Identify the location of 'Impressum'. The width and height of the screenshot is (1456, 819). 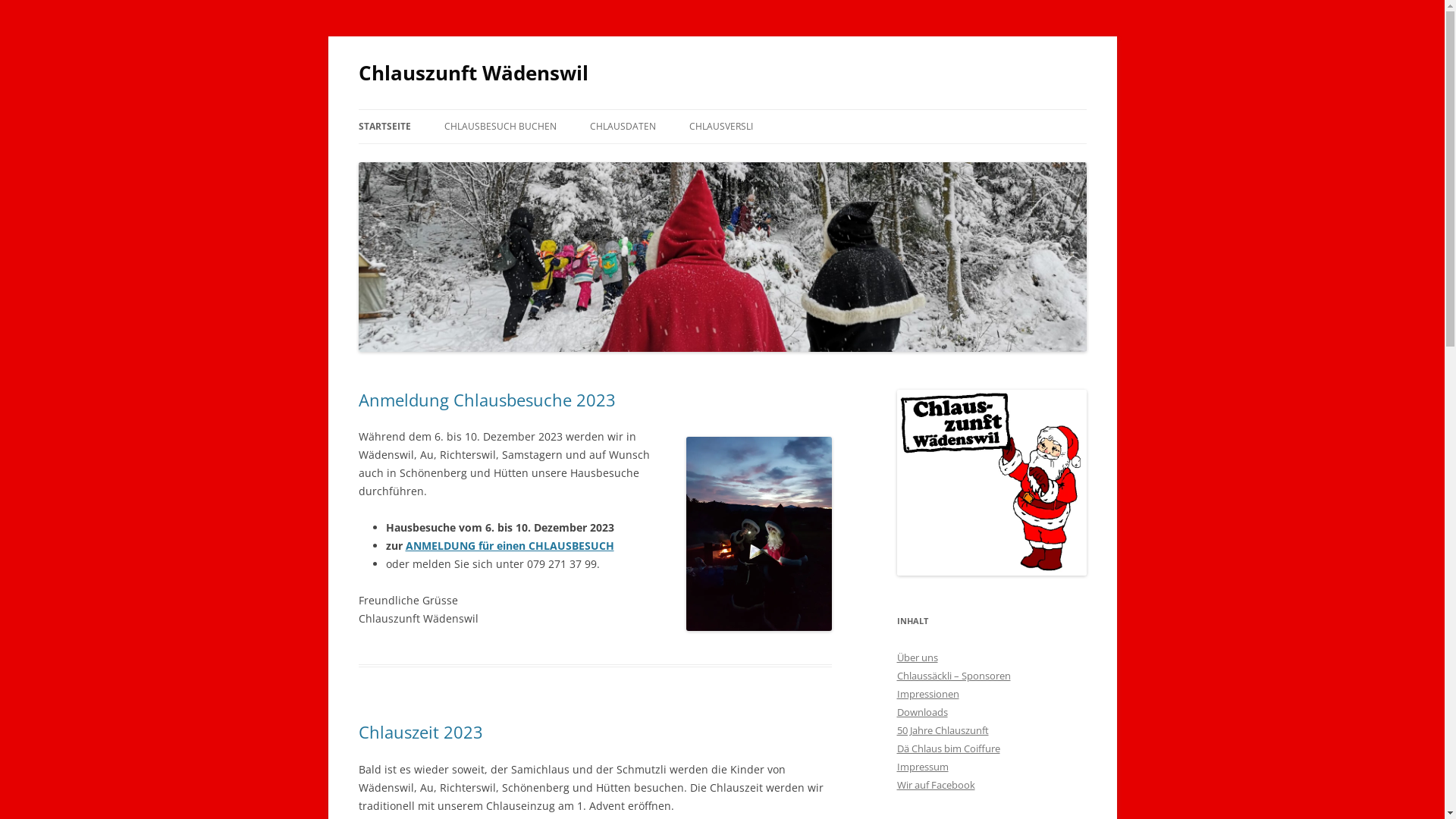
(921, 766).